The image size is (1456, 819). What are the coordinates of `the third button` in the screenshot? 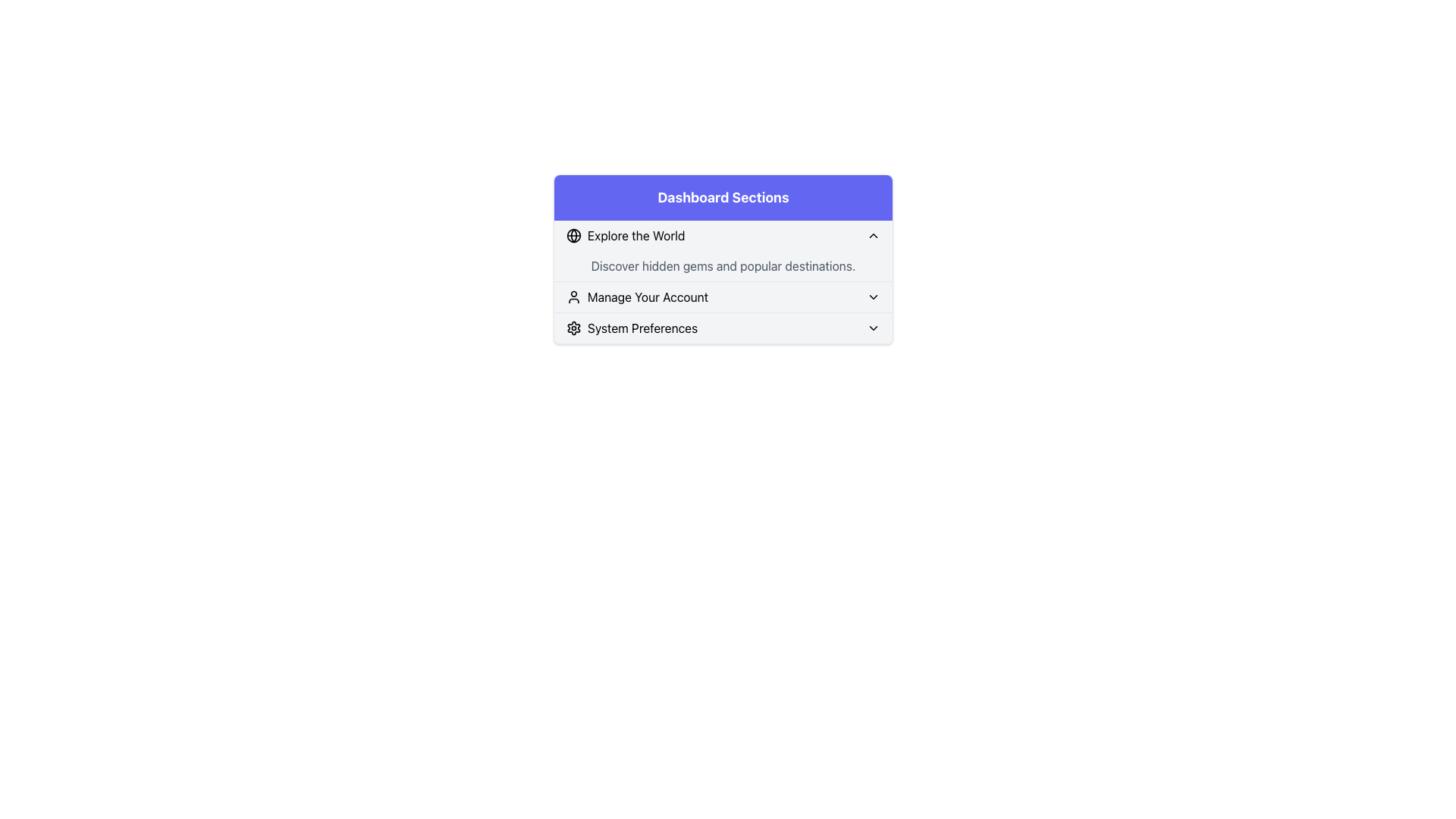 It's located at (723, 327).